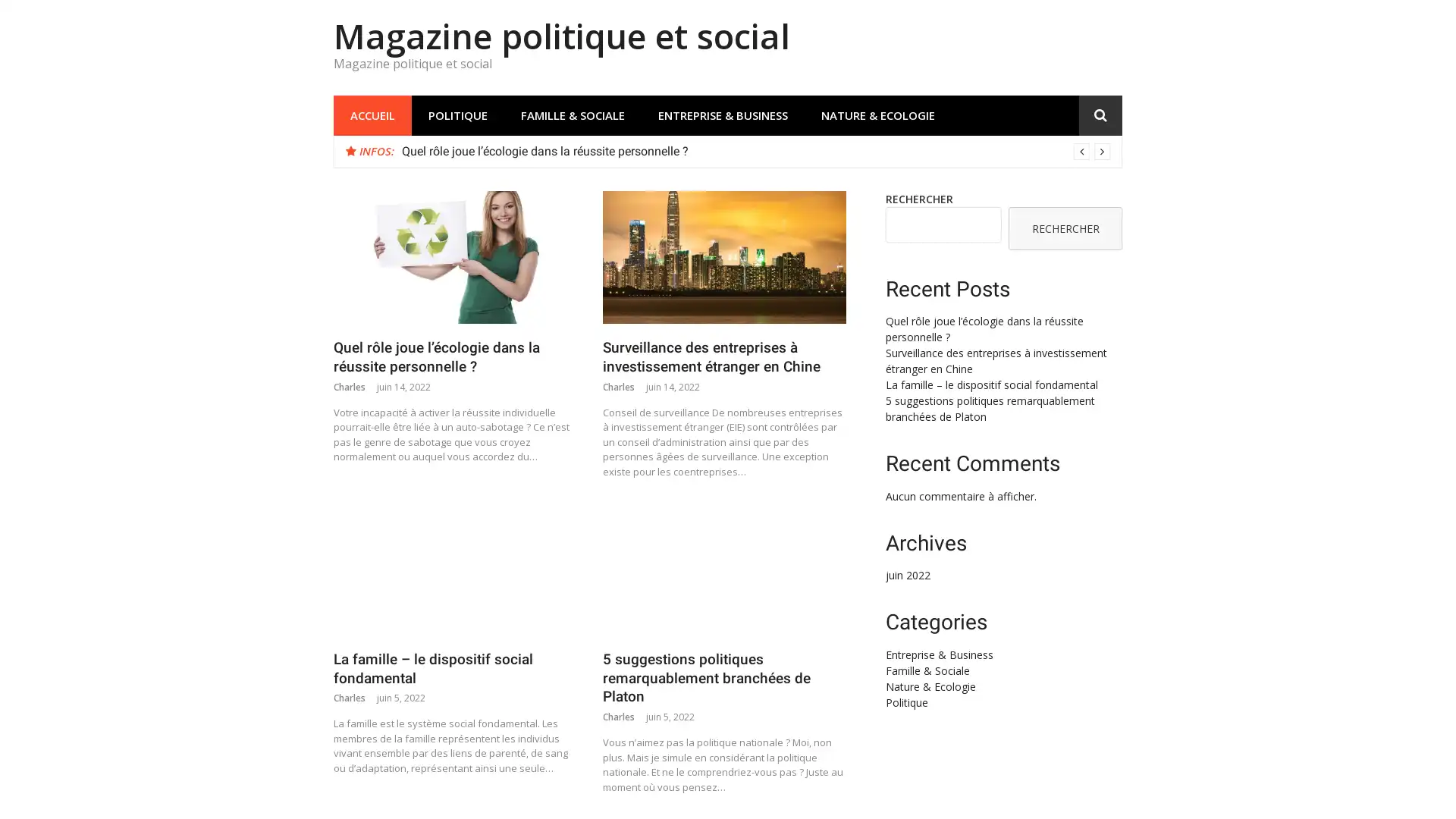 The height and width of the screenshot is (819, 1456). I want to click on RECHERCHER, so click(1065, 227).